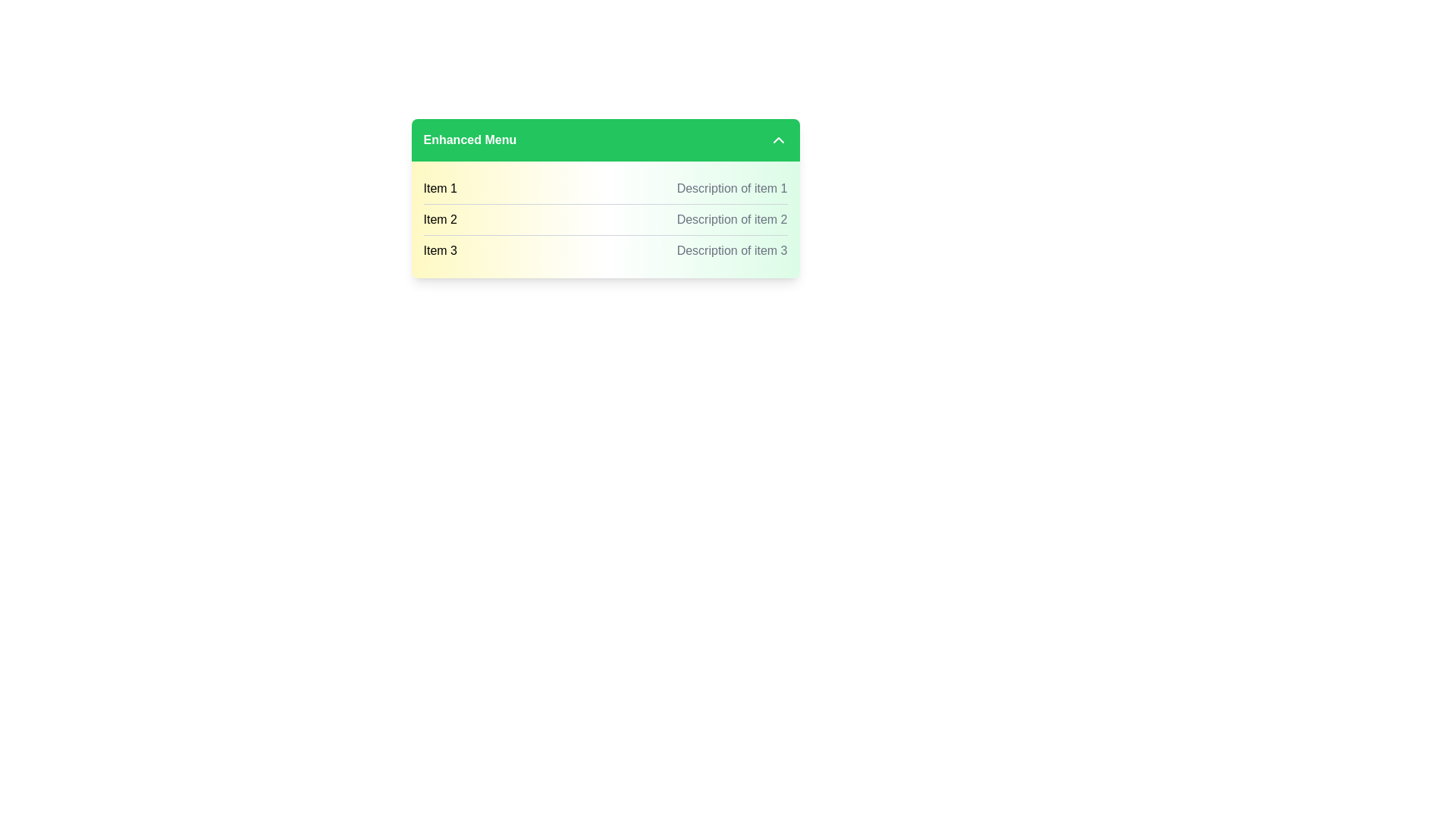 Image resolution: width=1456 pixels, height=819 pixels. What do you see at coordinates (439, 188) in the screenshot?
I see `the label element displaying the text 'Item 1', which is styled with a bold font and positioned at the top of a vertically-stacked list in the menu` at bounding box center [439, 188].